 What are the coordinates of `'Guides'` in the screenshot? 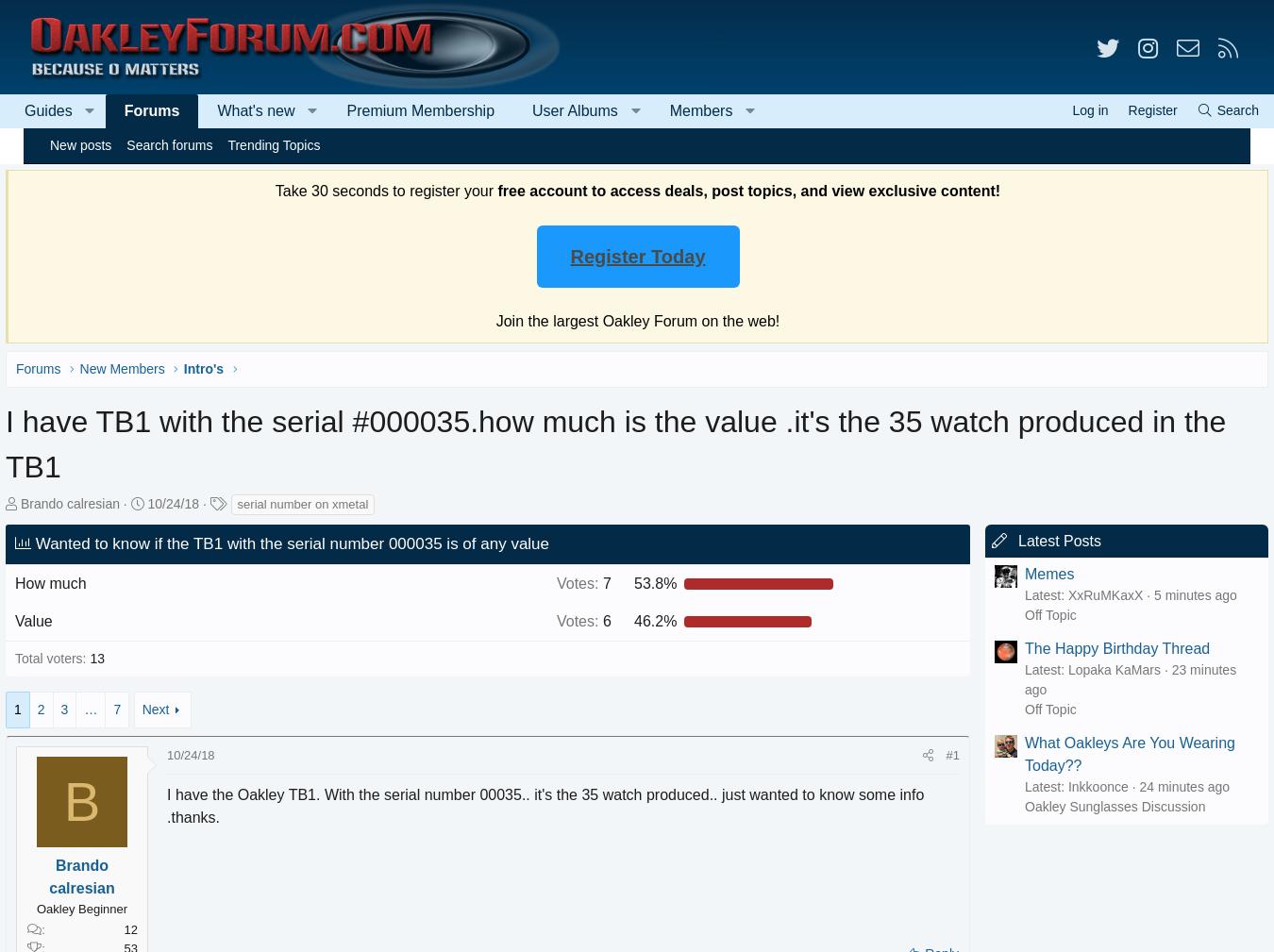 It's located at (71, 109).